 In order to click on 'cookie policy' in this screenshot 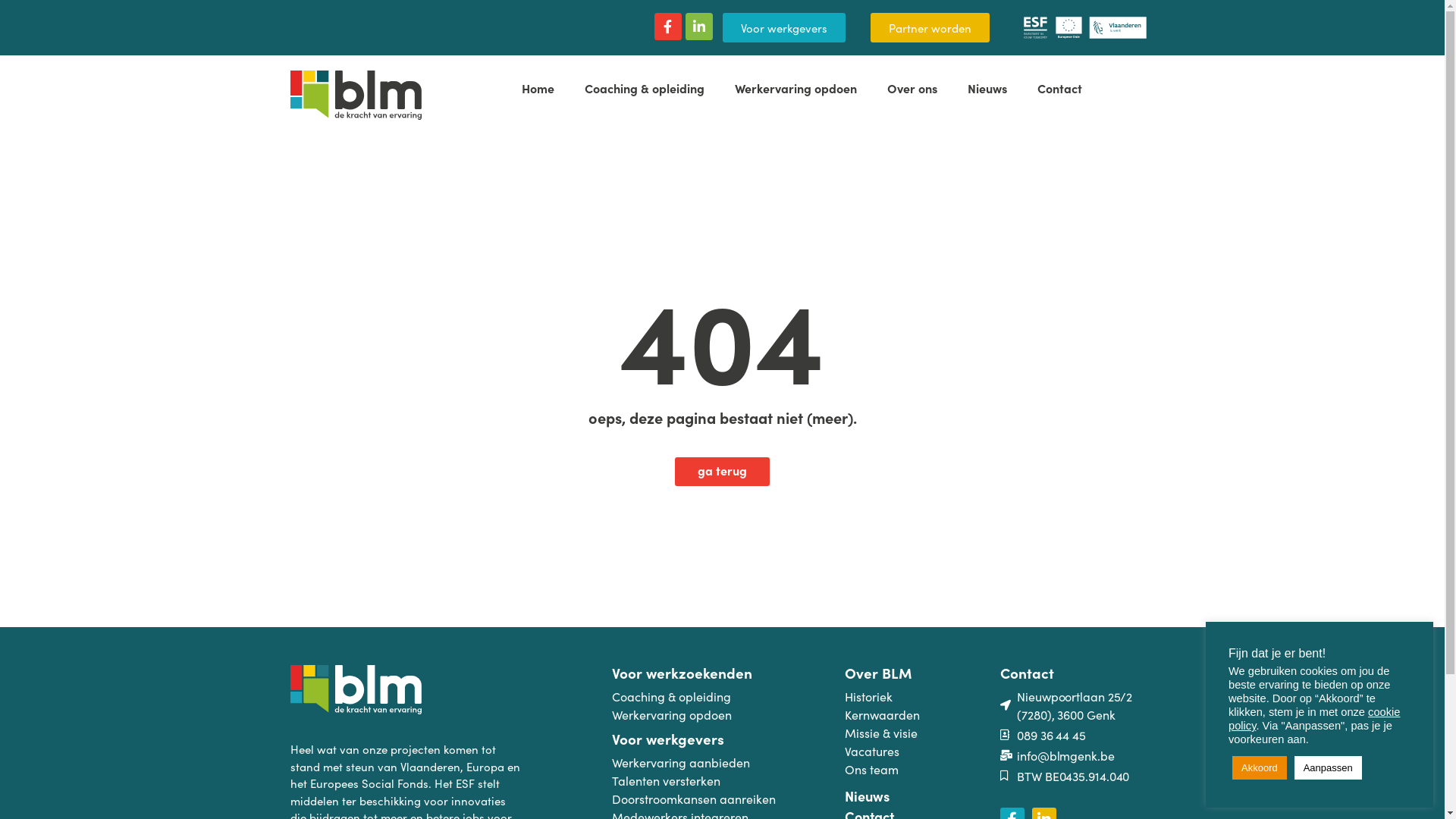, I will do `click(1228, 718)`.